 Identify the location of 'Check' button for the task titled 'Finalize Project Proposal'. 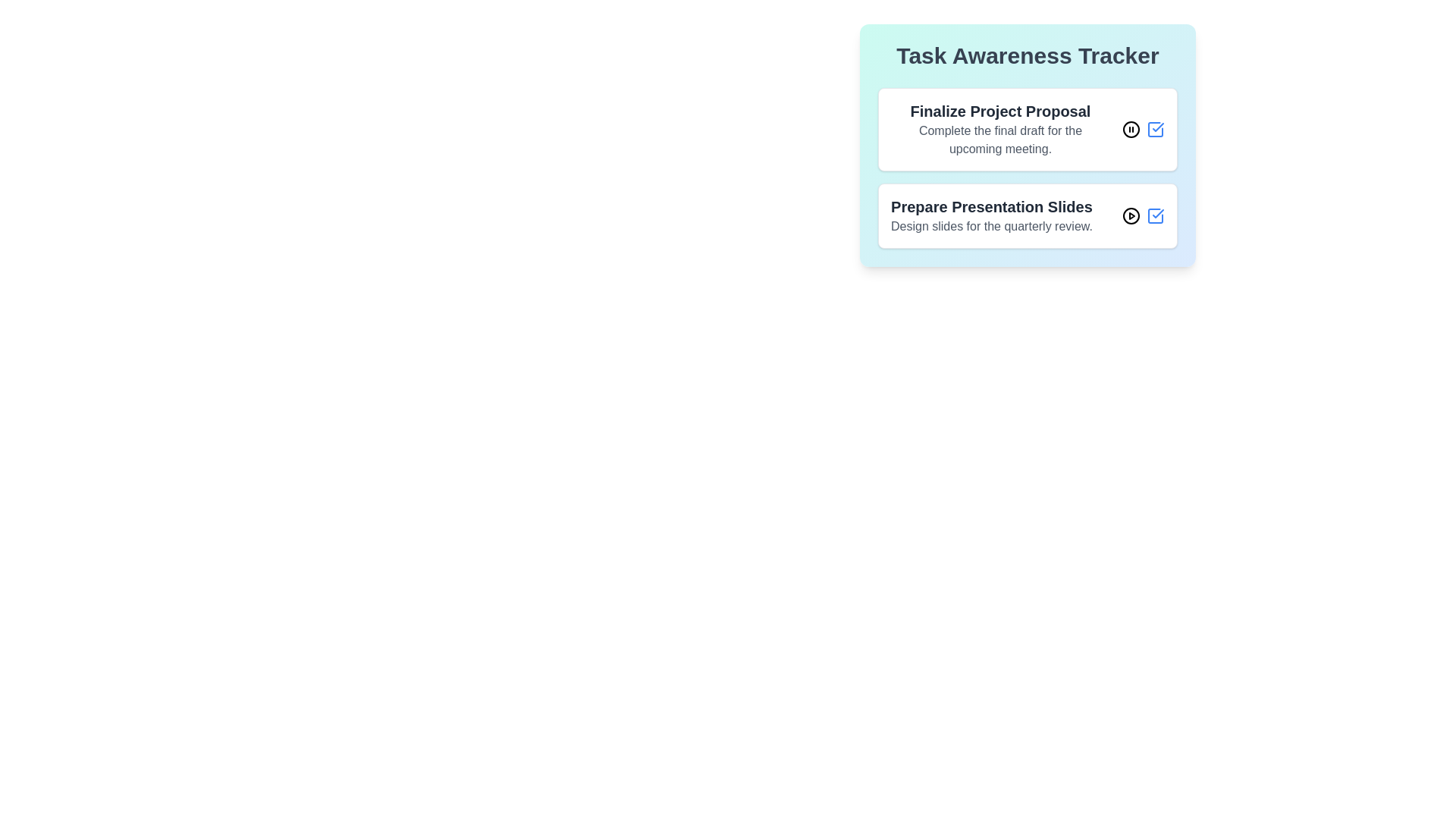
(1154, 128).